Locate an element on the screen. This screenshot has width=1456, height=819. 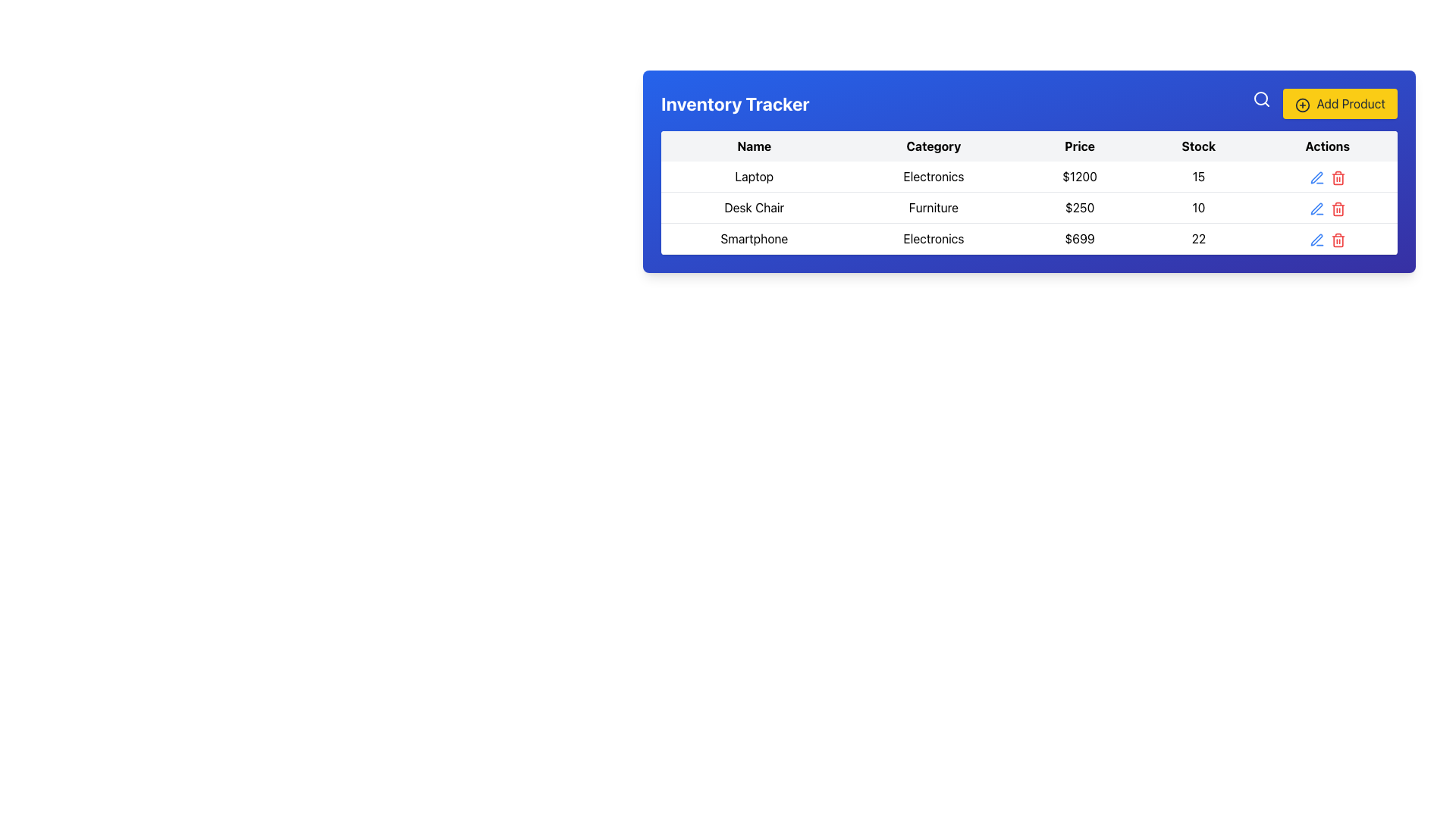
the text label indicating the categories column, which is the second column header situated between 'Name' and 'Price' is located at coordinates (933, 146).